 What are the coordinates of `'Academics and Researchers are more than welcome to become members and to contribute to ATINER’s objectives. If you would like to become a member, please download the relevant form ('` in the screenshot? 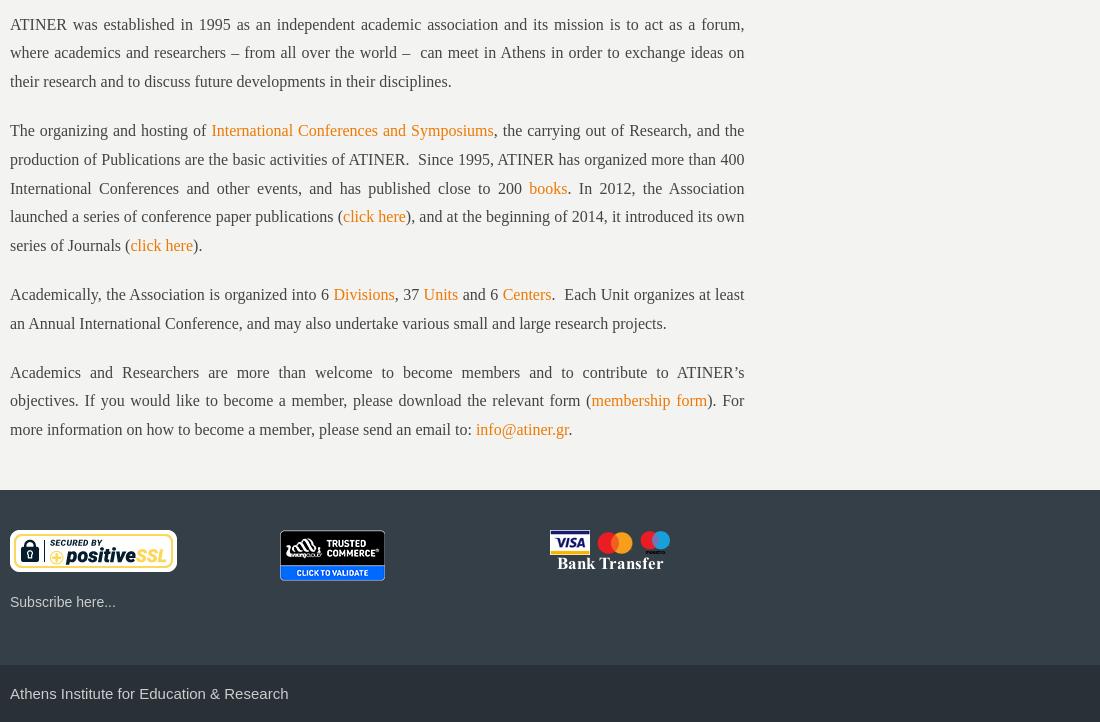 It's located at (9, 385).